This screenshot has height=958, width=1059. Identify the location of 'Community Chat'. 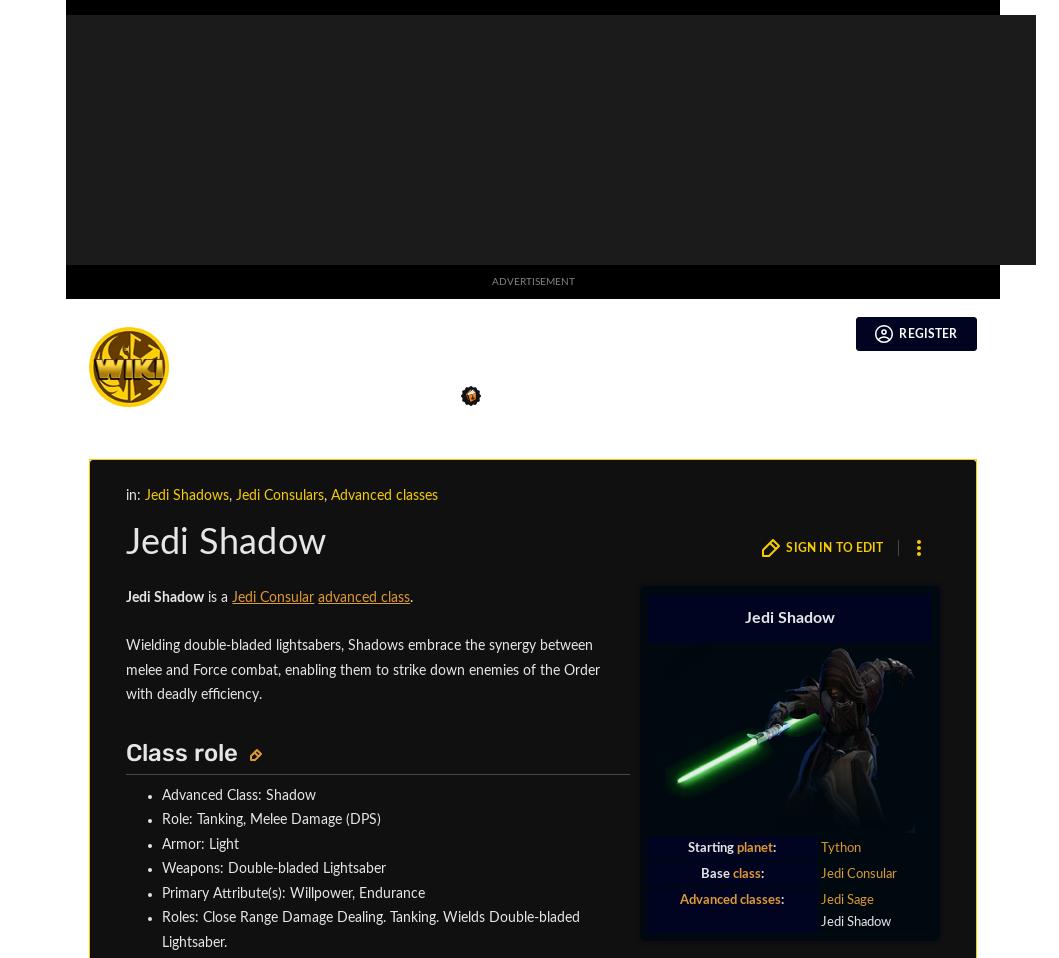
(148, 514).